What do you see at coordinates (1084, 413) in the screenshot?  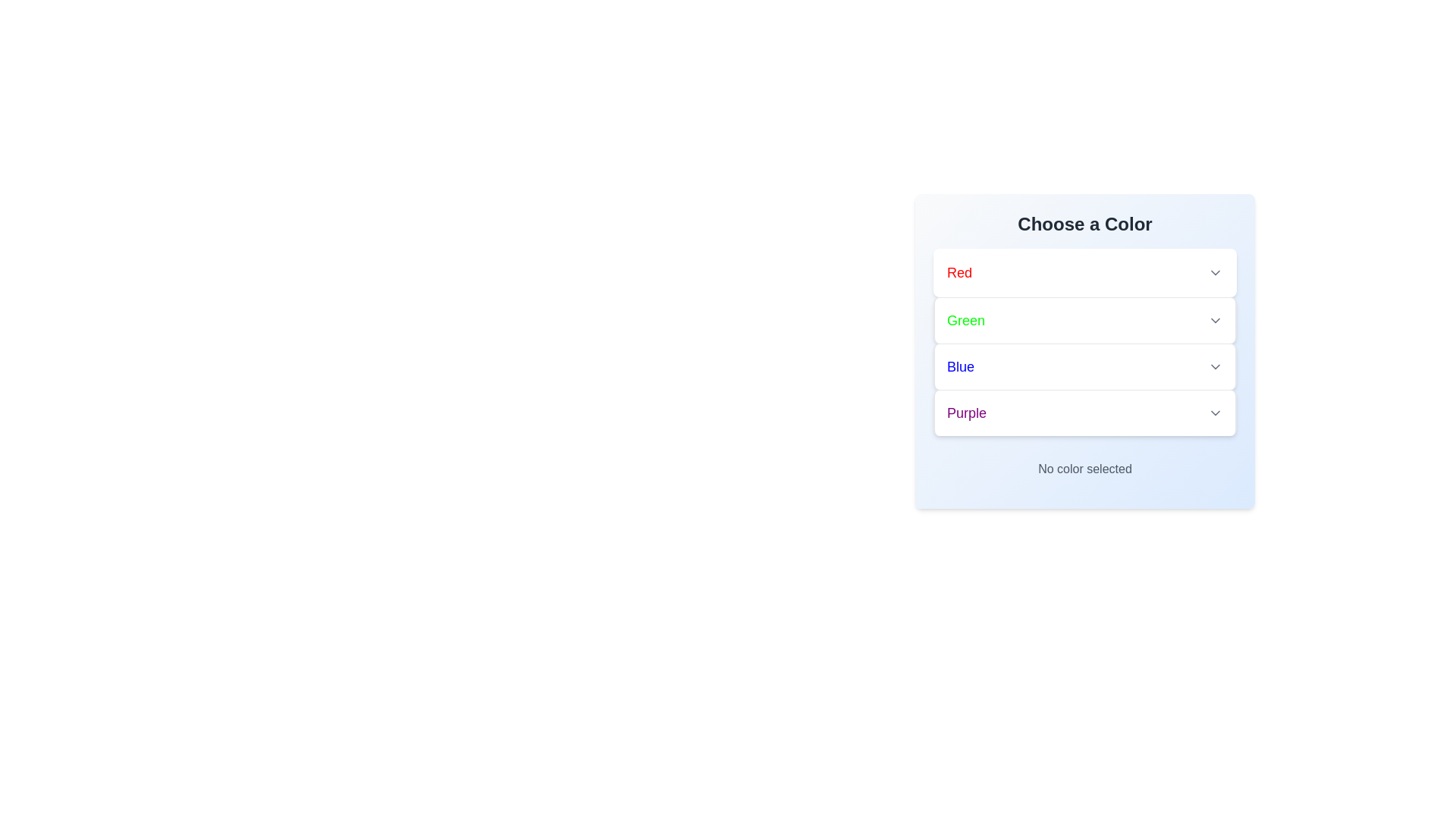 I see `the color Purple to select it` at bounding box center [1084, 413].